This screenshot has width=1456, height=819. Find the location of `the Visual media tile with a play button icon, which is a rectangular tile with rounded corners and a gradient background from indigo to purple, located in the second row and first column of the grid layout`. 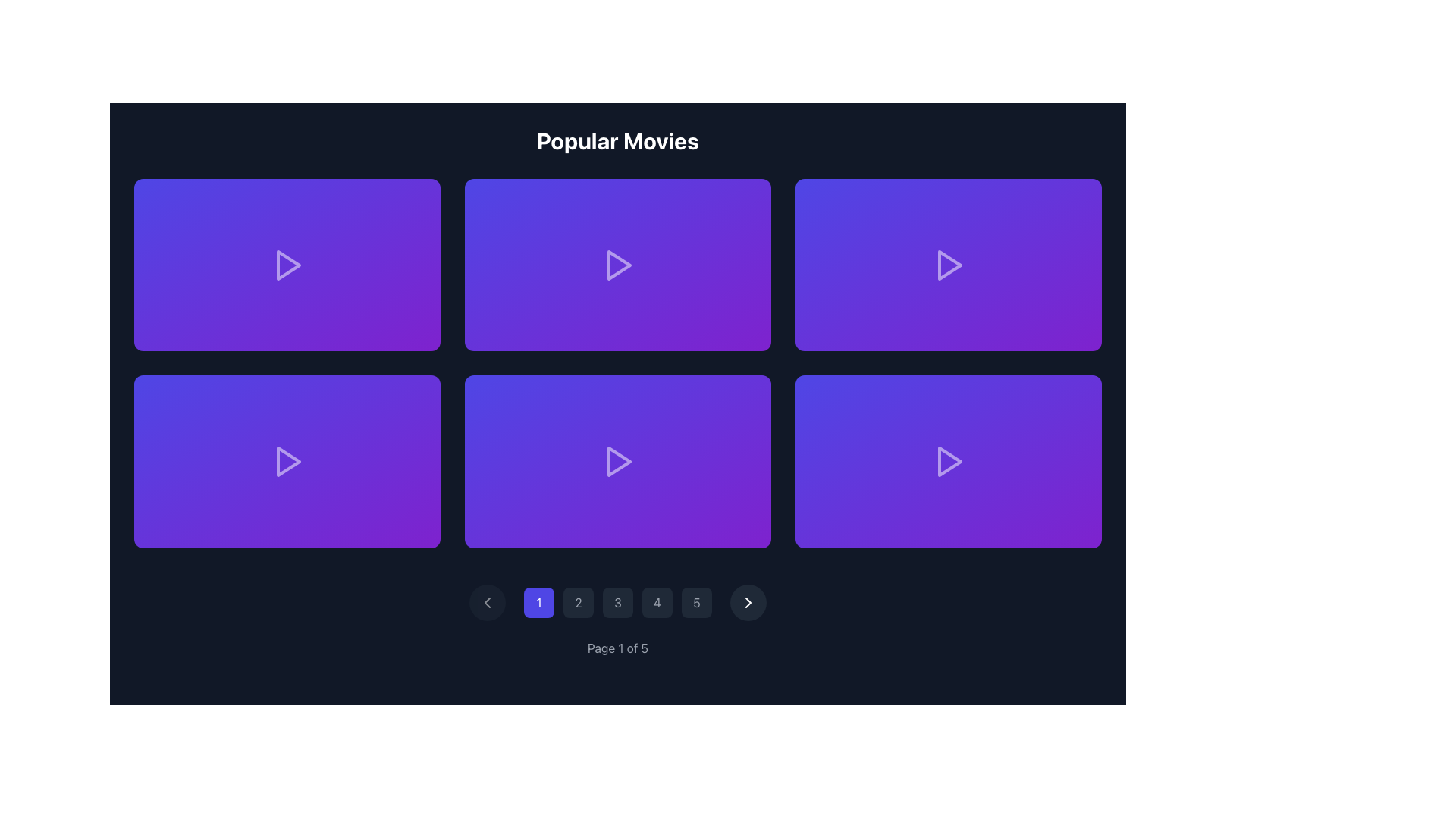

the Visual media tile with a play button icon, which is a rectangular tile with rounded corners and a gradient background from indigo to purple, located in the second row and first column of the grid layout is located at coordinates (287, 460).